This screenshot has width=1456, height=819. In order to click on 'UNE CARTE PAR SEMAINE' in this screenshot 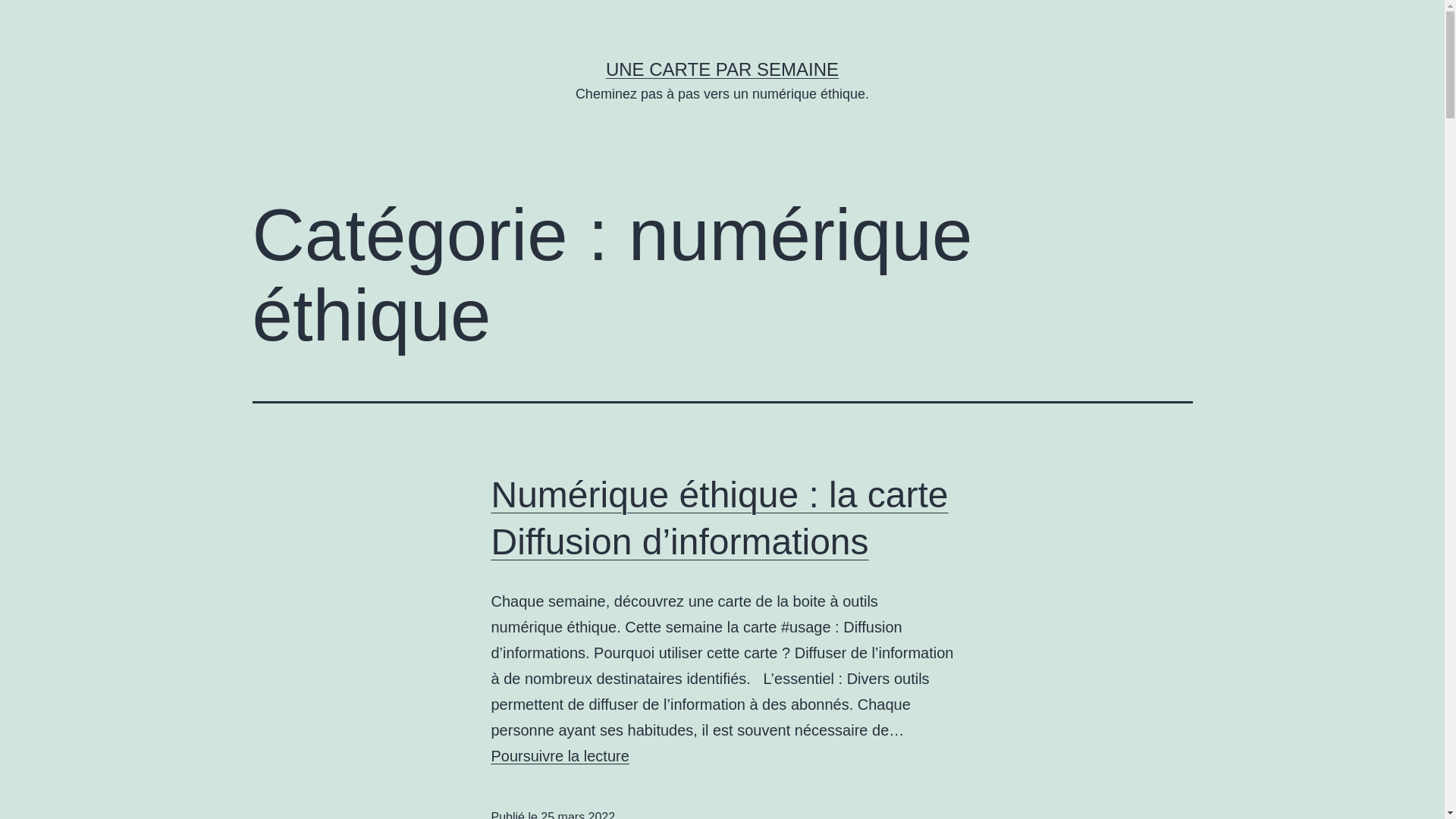, I will do `click(721, 69)`.